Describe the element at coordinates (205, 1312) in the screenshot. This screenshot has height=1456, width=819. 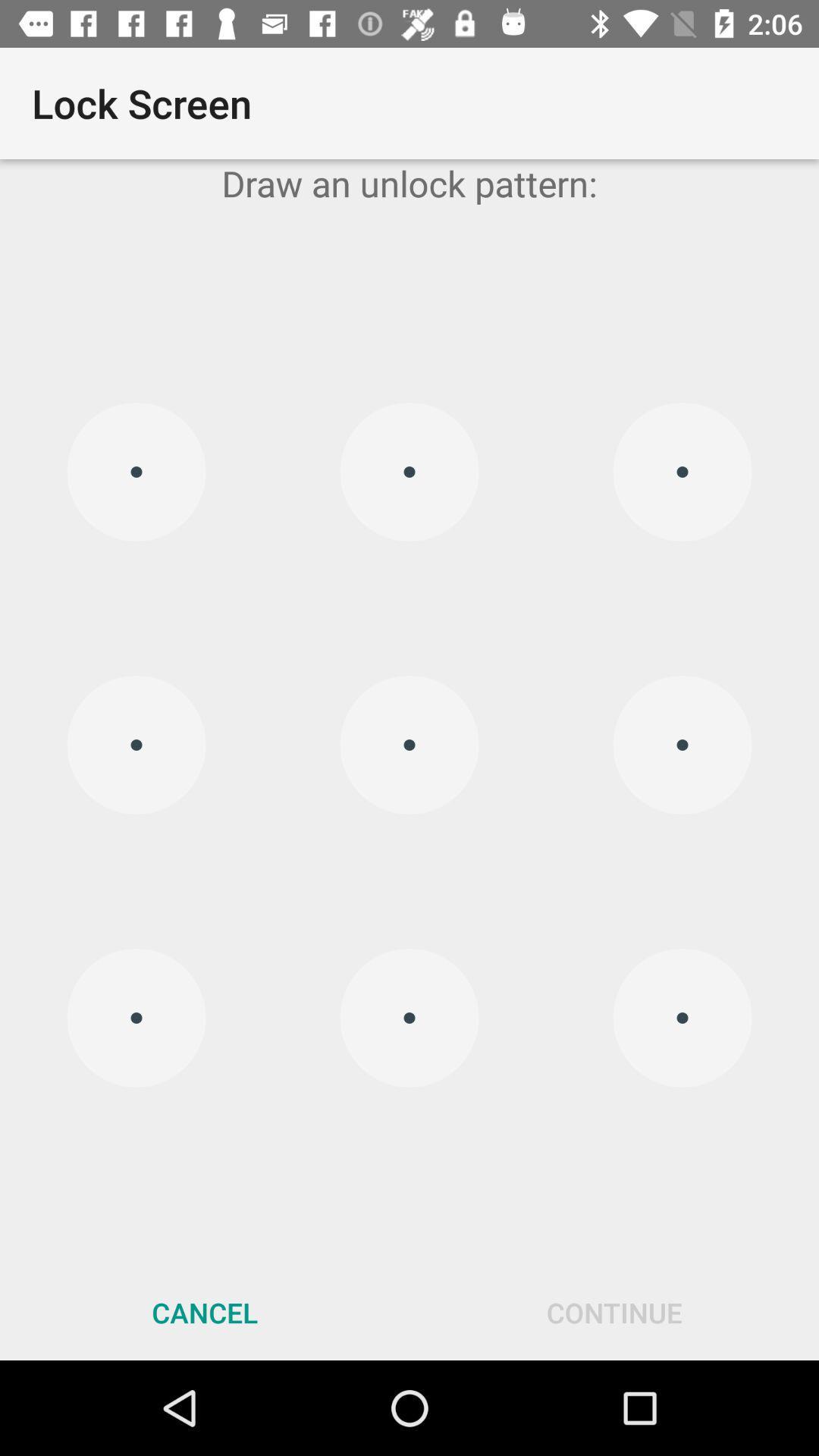
I see `icon to the left of the continue item` at that location.